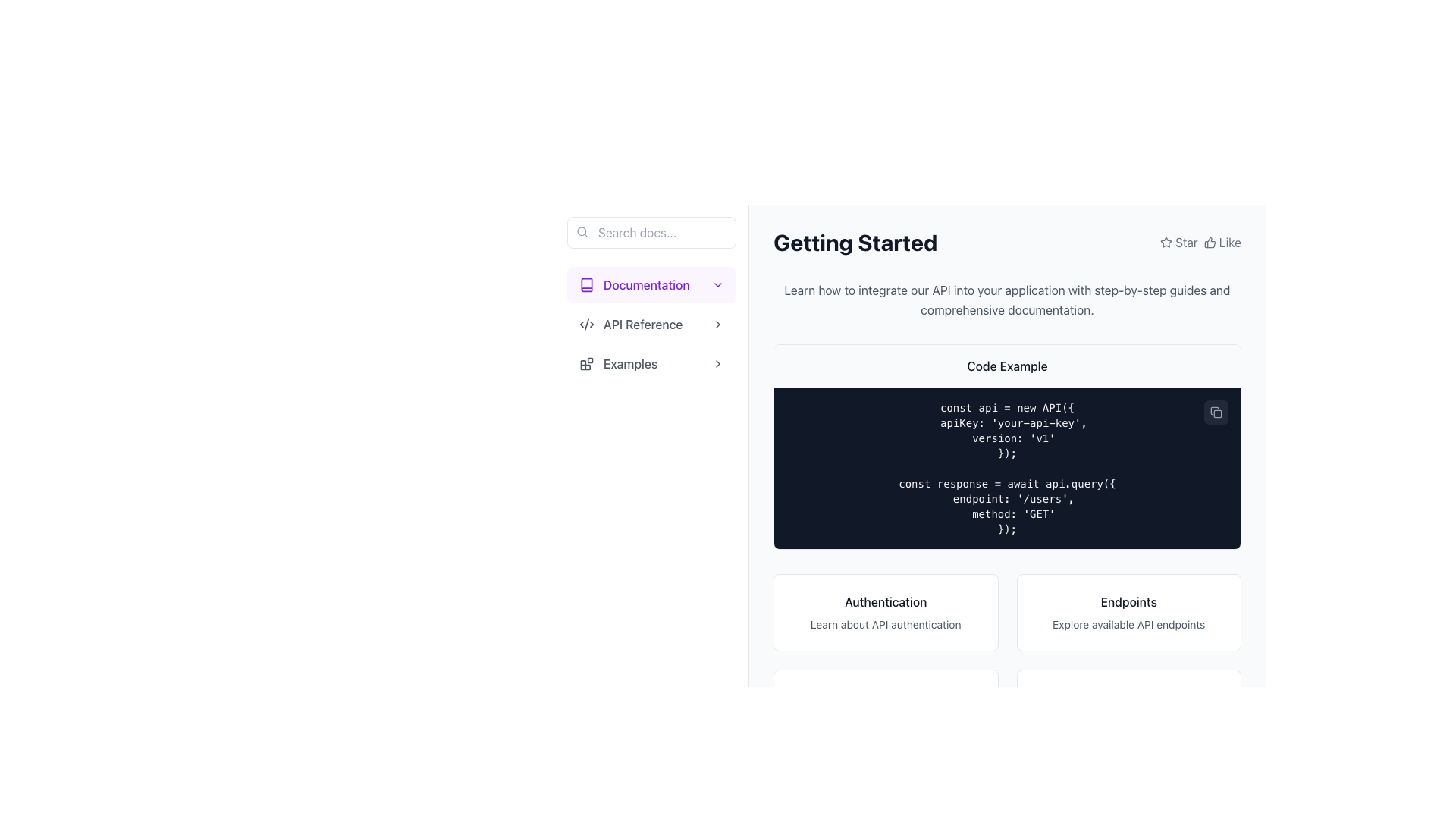 The height and width of the screenshot is (819, 1456). What do you see at coordinates (651, 233) in the screenshot?
I see `the Search input box located at the top of the sidebar, which has a thin border and contains the placeholder text 'Search docs...'` at bounding box center [651, 233].